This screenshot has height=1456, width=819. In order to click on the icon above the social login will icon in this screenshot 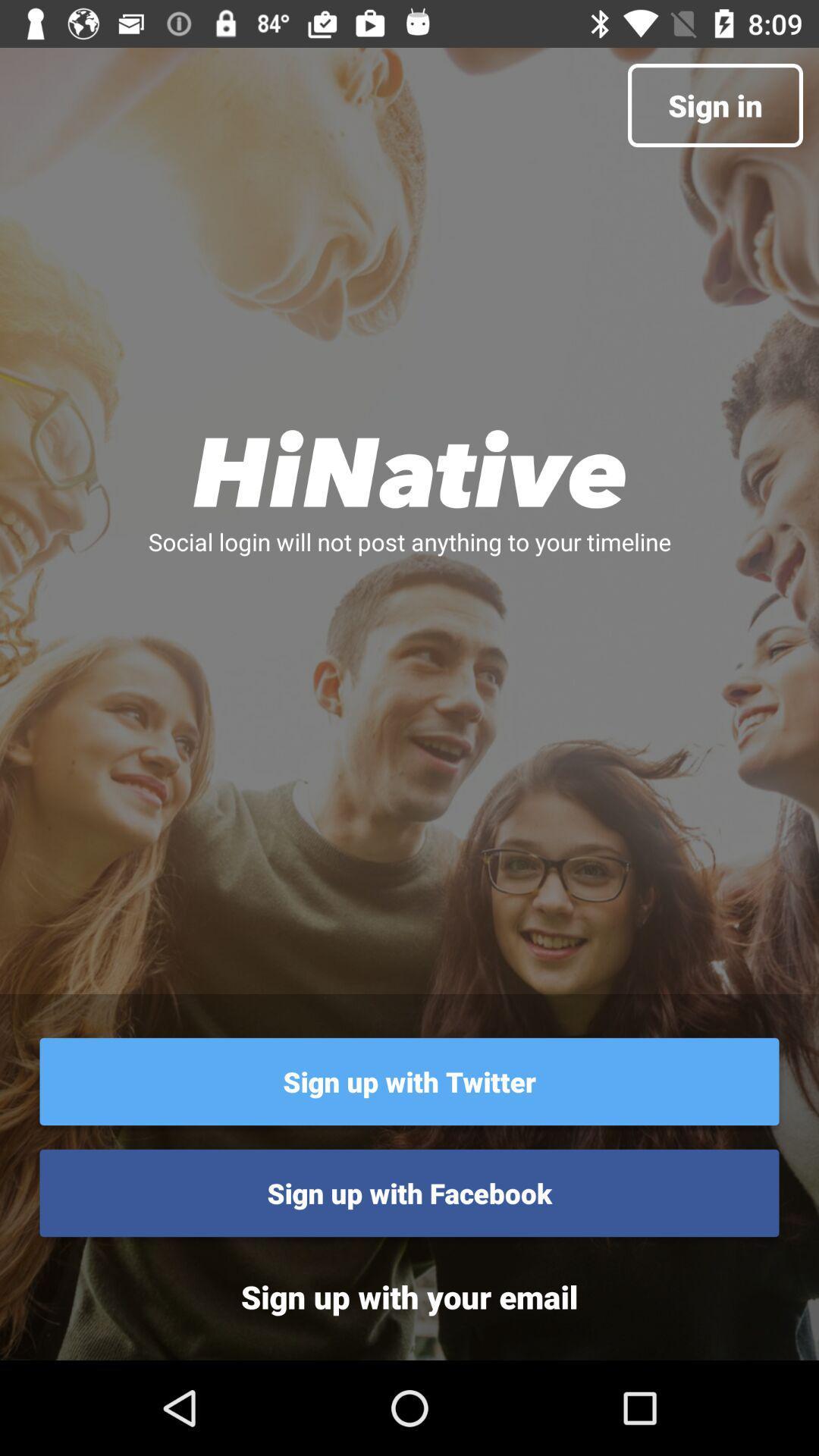, I will do `click(409, 468)`.